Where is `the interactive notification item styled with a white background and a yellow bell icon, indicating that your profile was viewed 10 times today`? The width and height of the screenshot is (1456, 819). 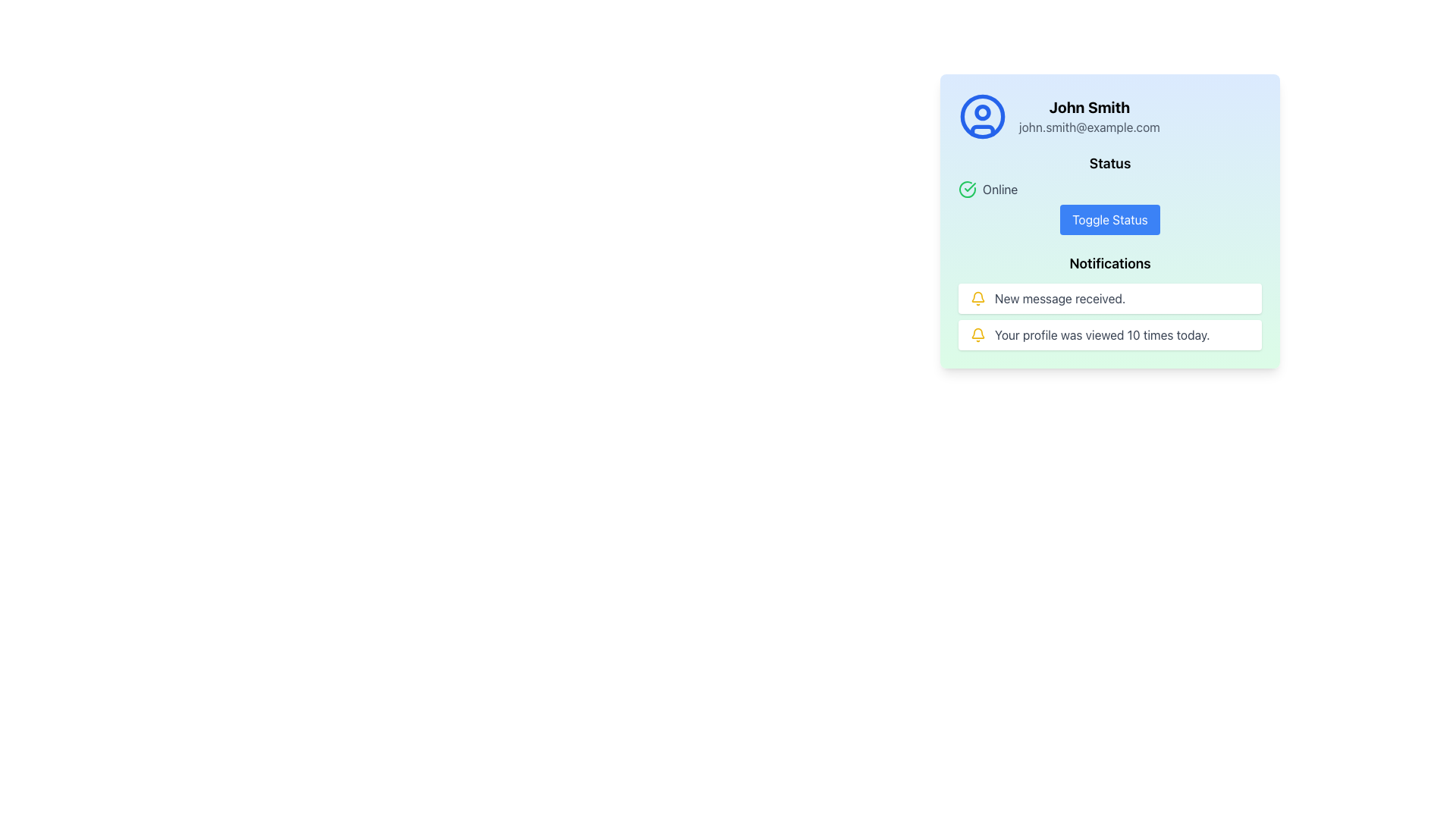
the interactive notification item styled with a white background and a yellow bell icon, indicating that your profile was viewed 10 times today is located at coordinates (1110, 334).